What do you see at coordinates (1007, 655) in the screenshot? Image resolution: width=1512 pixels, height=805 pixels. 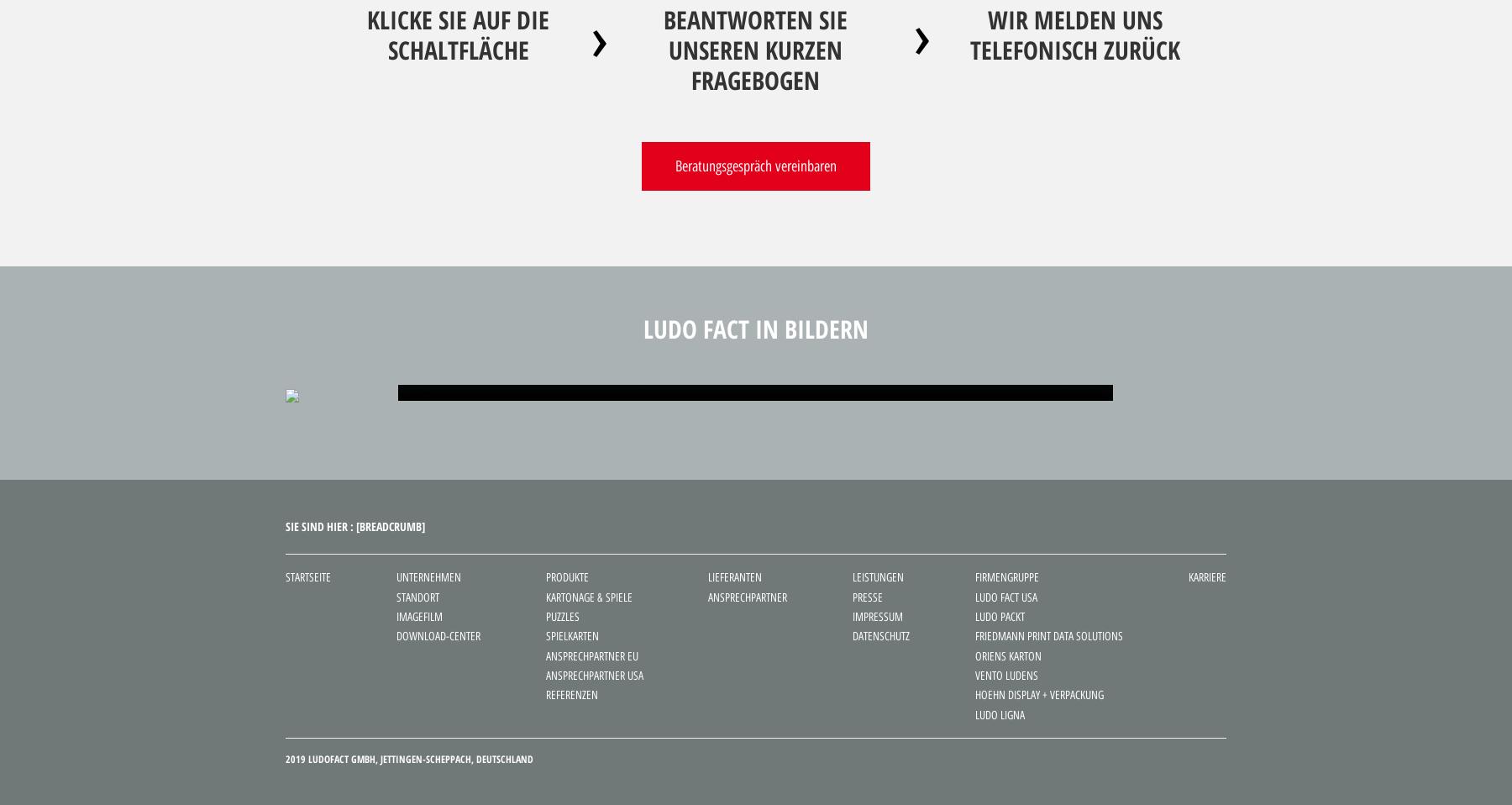 I see `'Oriens Karton'` at bounding box center [1007, 655].